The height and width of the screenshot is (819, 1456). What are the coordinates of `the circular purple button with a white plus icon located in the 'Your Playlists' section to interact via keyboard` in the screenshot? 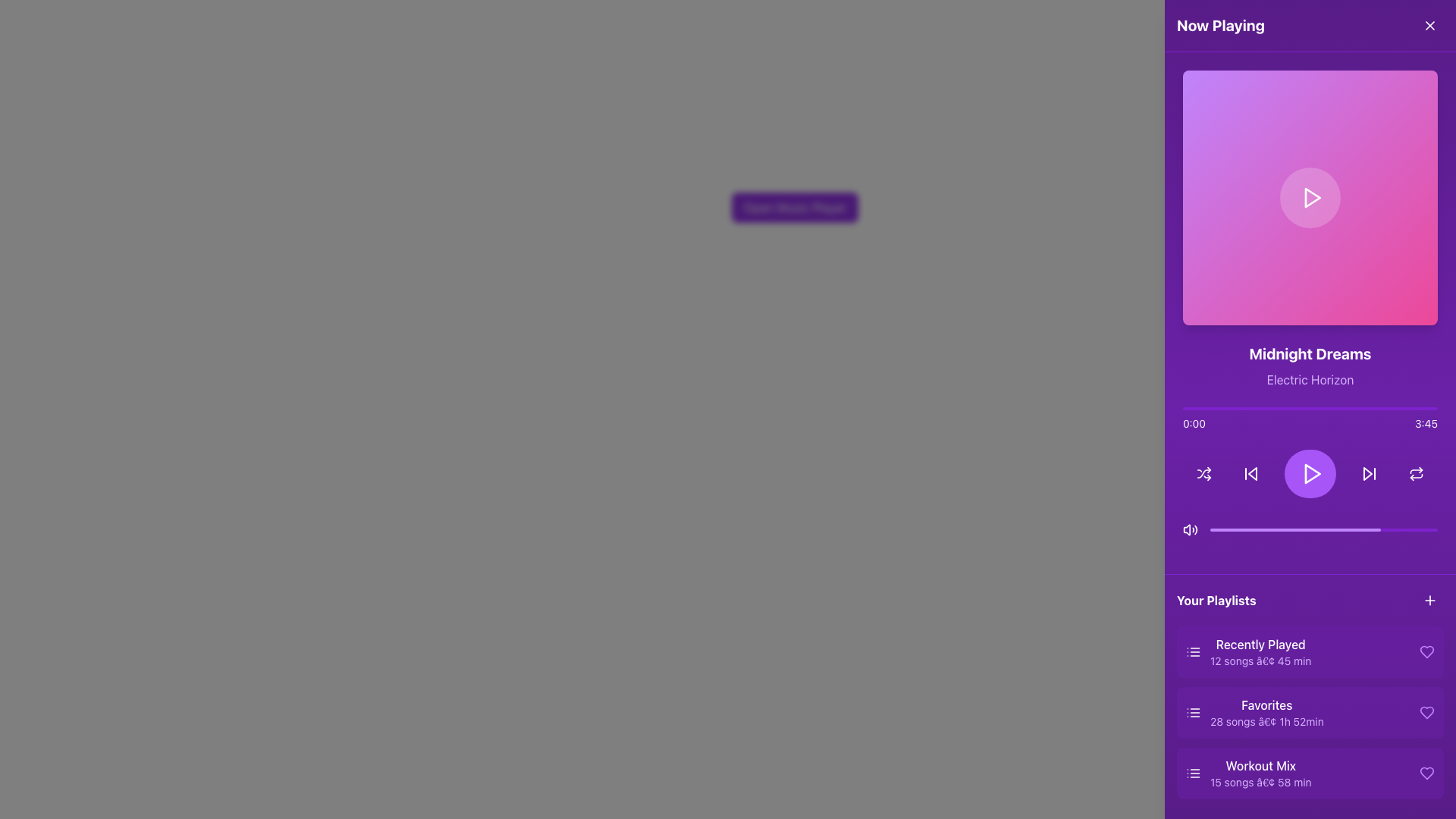 It's located at (1429, 599).